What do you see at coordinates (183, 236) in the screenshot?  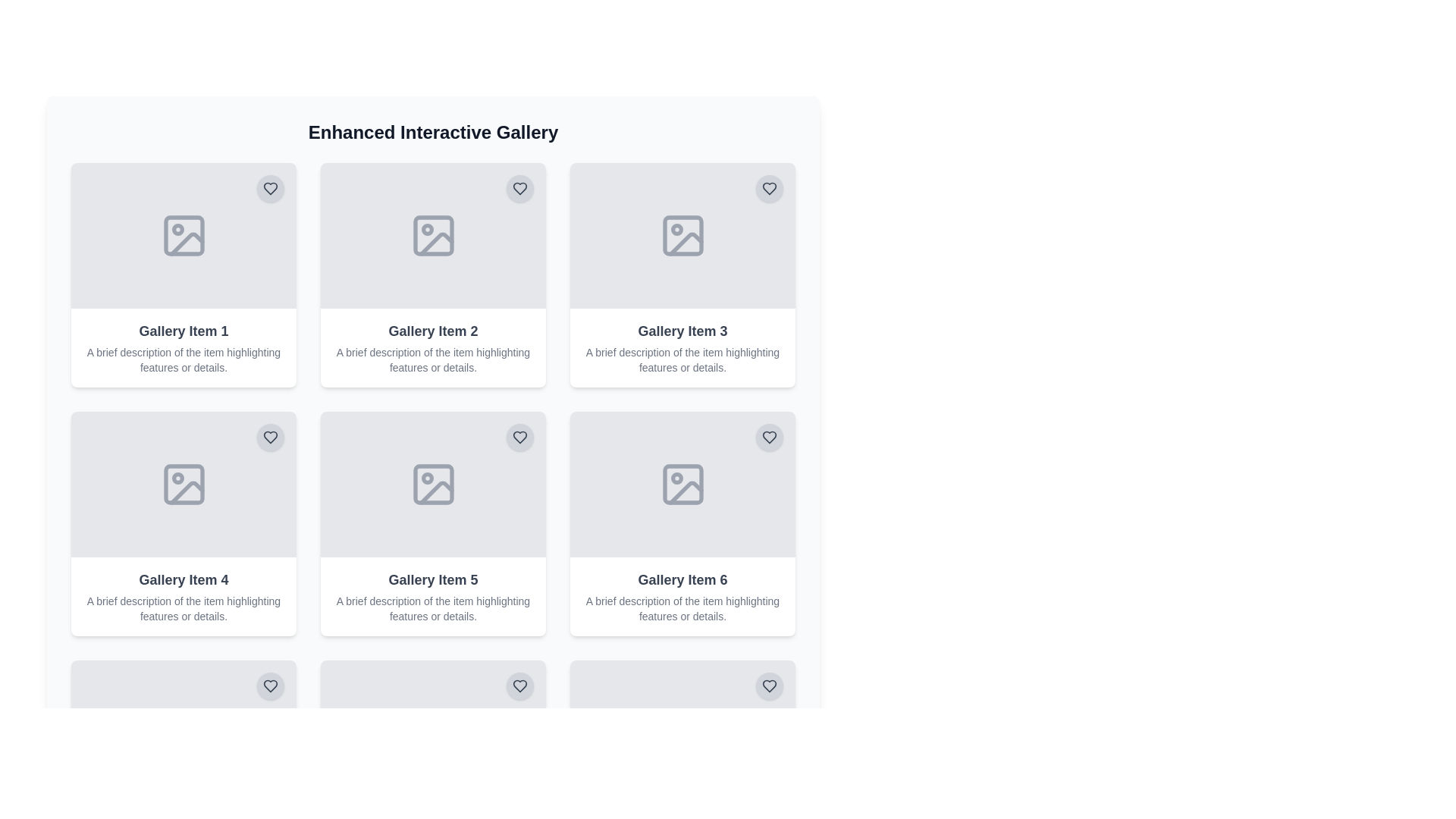 I see `the image placeholder in the card component titled 'Gallery Item 1', which is located in the first column of the first row of the grid layout` at bounding box center [183, 236].